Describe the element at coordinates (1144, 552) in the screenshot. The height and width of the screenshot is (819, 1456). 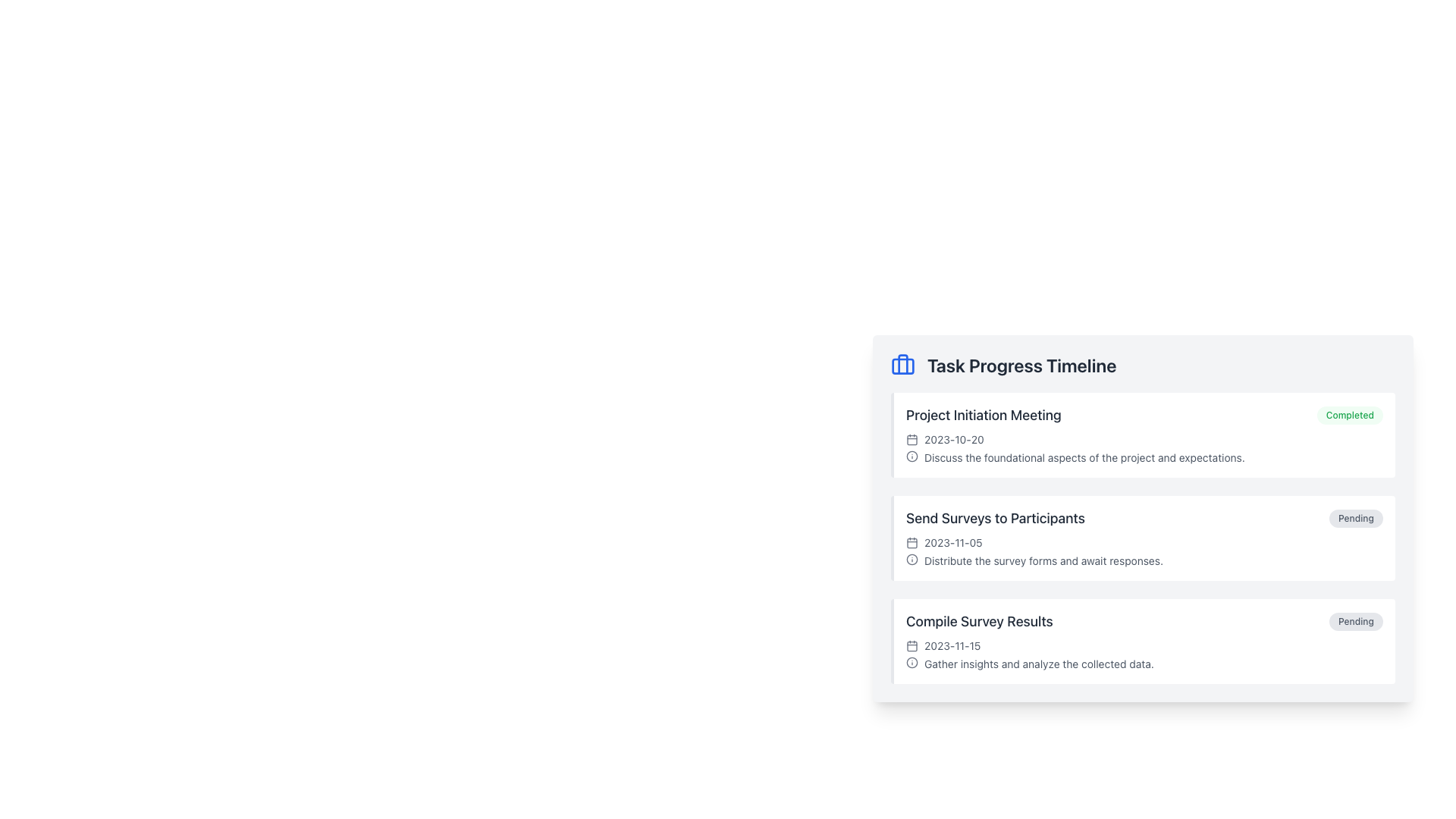
I see `the textual informational display that shows the date and task description, located in the 'Send Surveys to Participants' section below the title and aligned with the 'Pending' subtitle` at that location.